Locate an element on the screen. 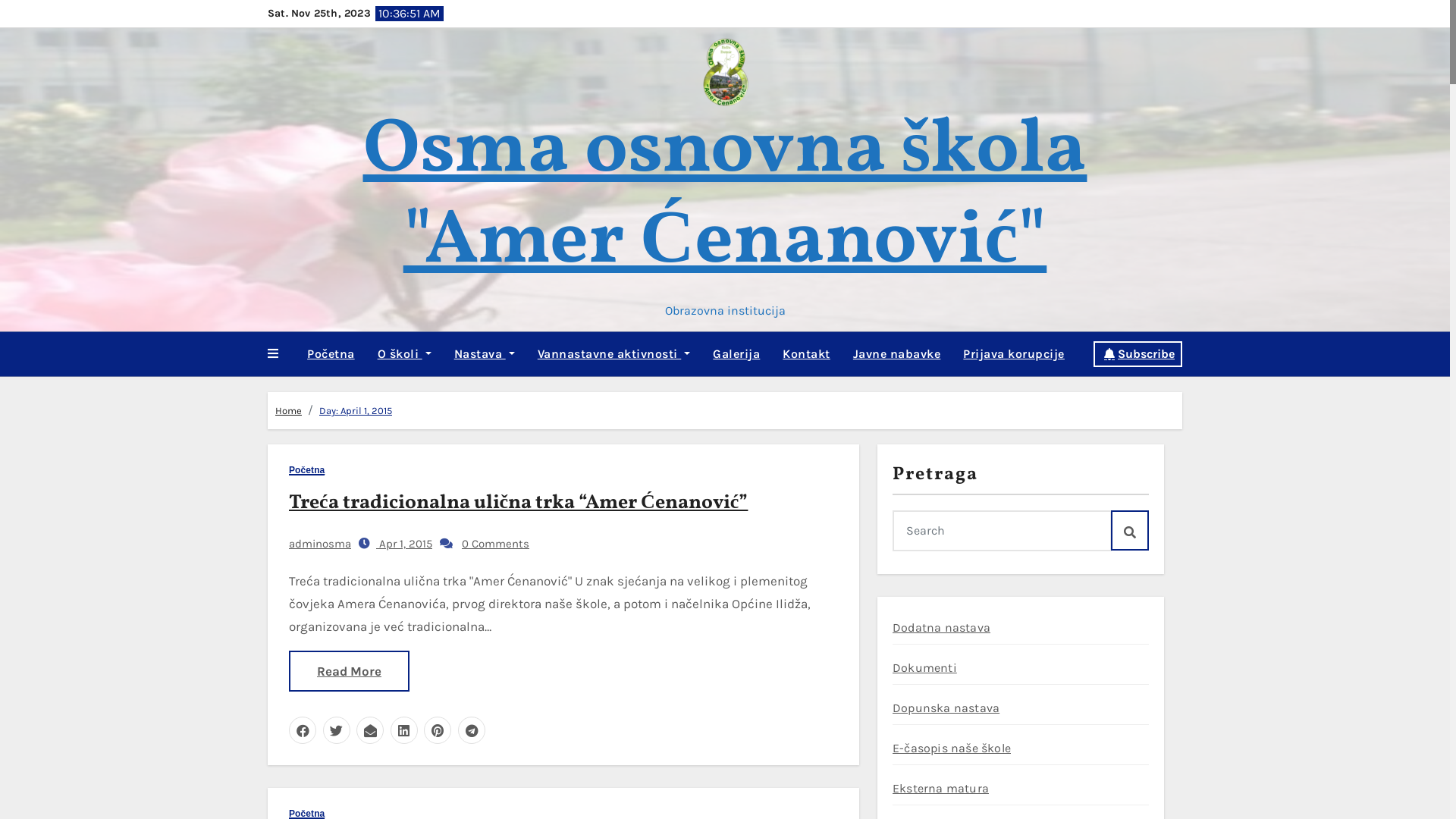 The width and height of the screenshot is (1456, 819). 'Vannastavne aktivnosti' is located at coordinates (614, 353).